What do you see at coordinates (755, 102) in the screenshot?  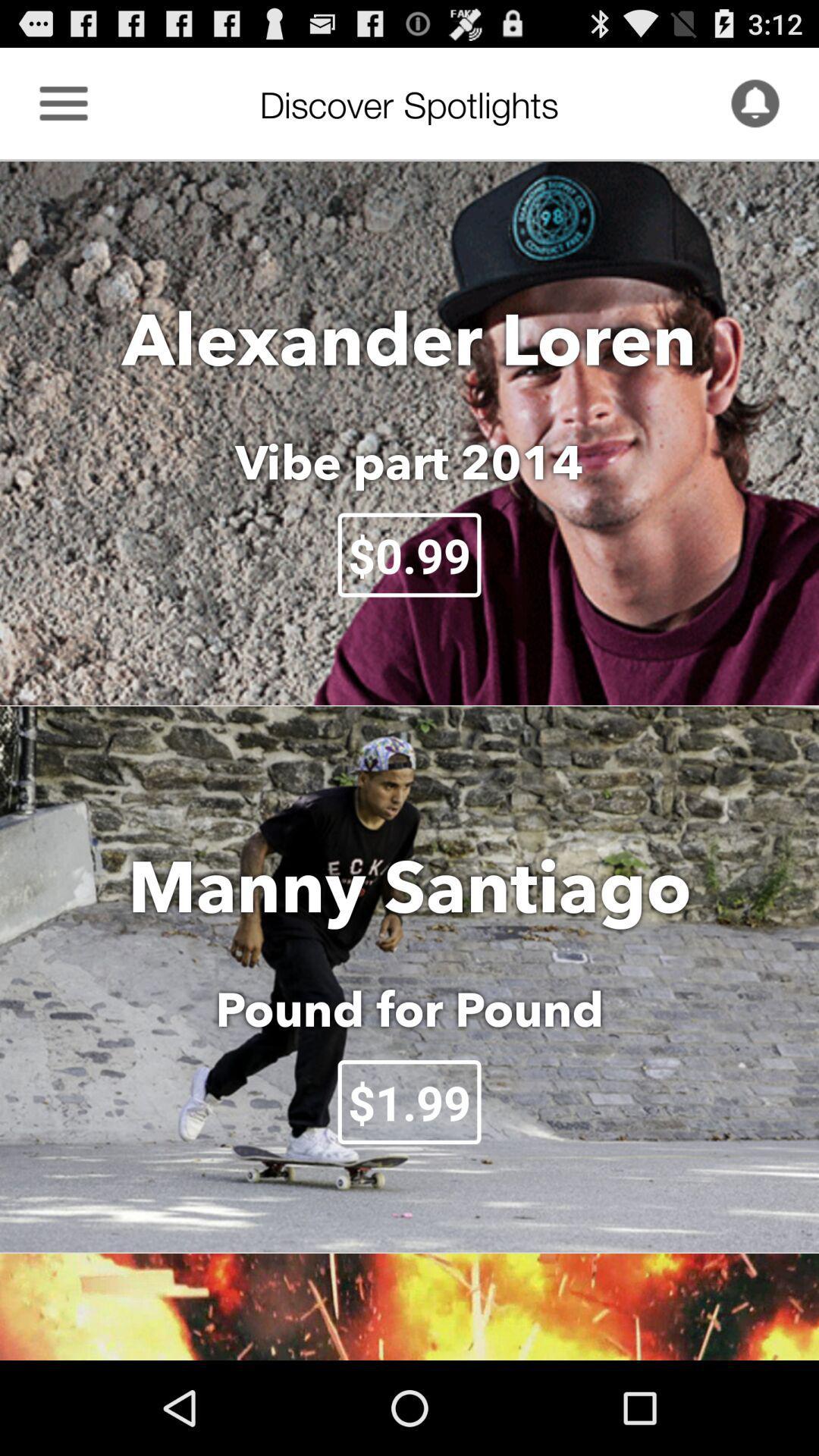 I see `the item at the top right corner` at bounding box center [755, 102].